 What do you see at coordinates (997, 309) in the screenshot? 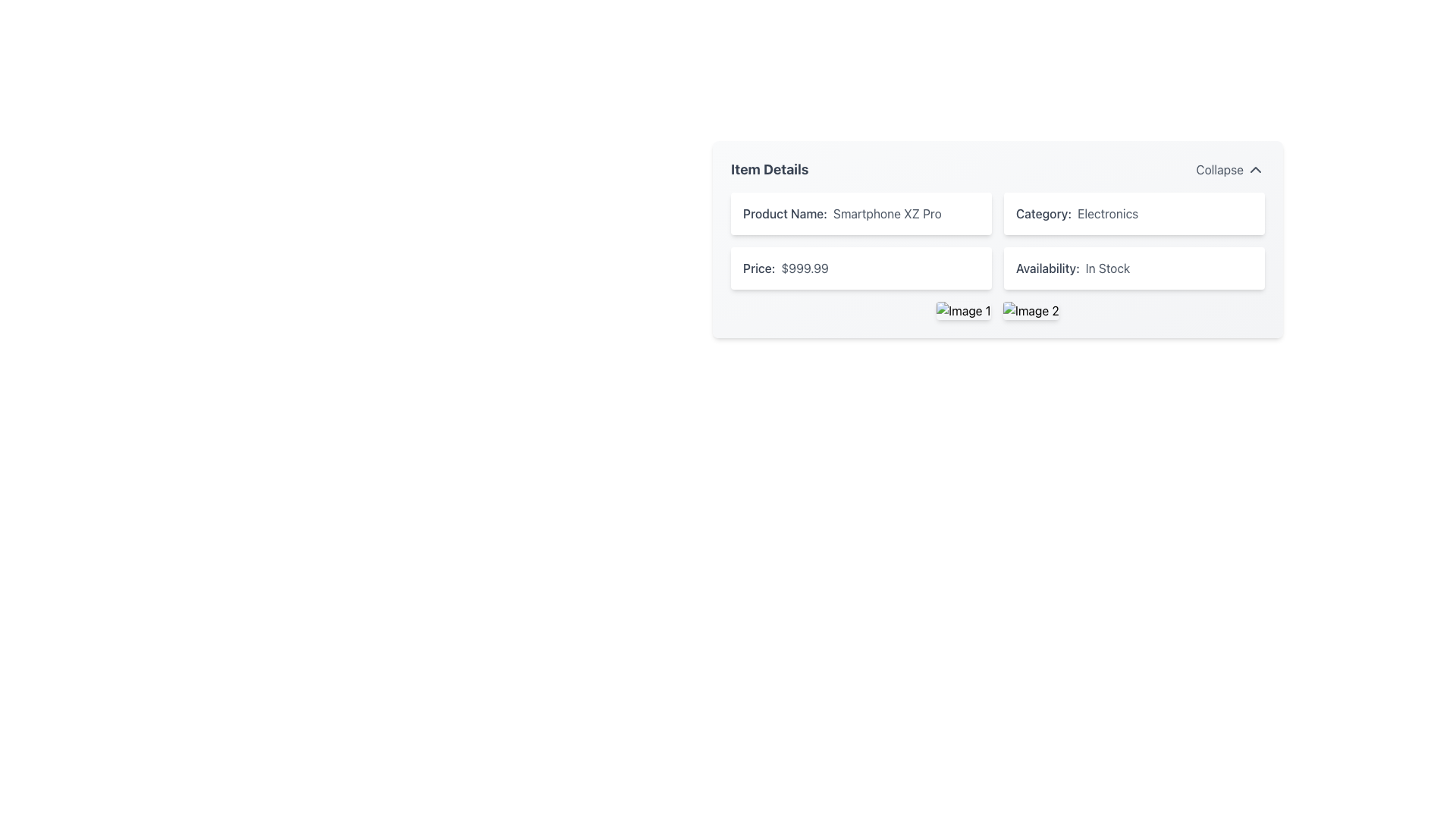
I see `the individual images in the horizontal image group located below the 'Availability' field` at bounding box center [997, 309].